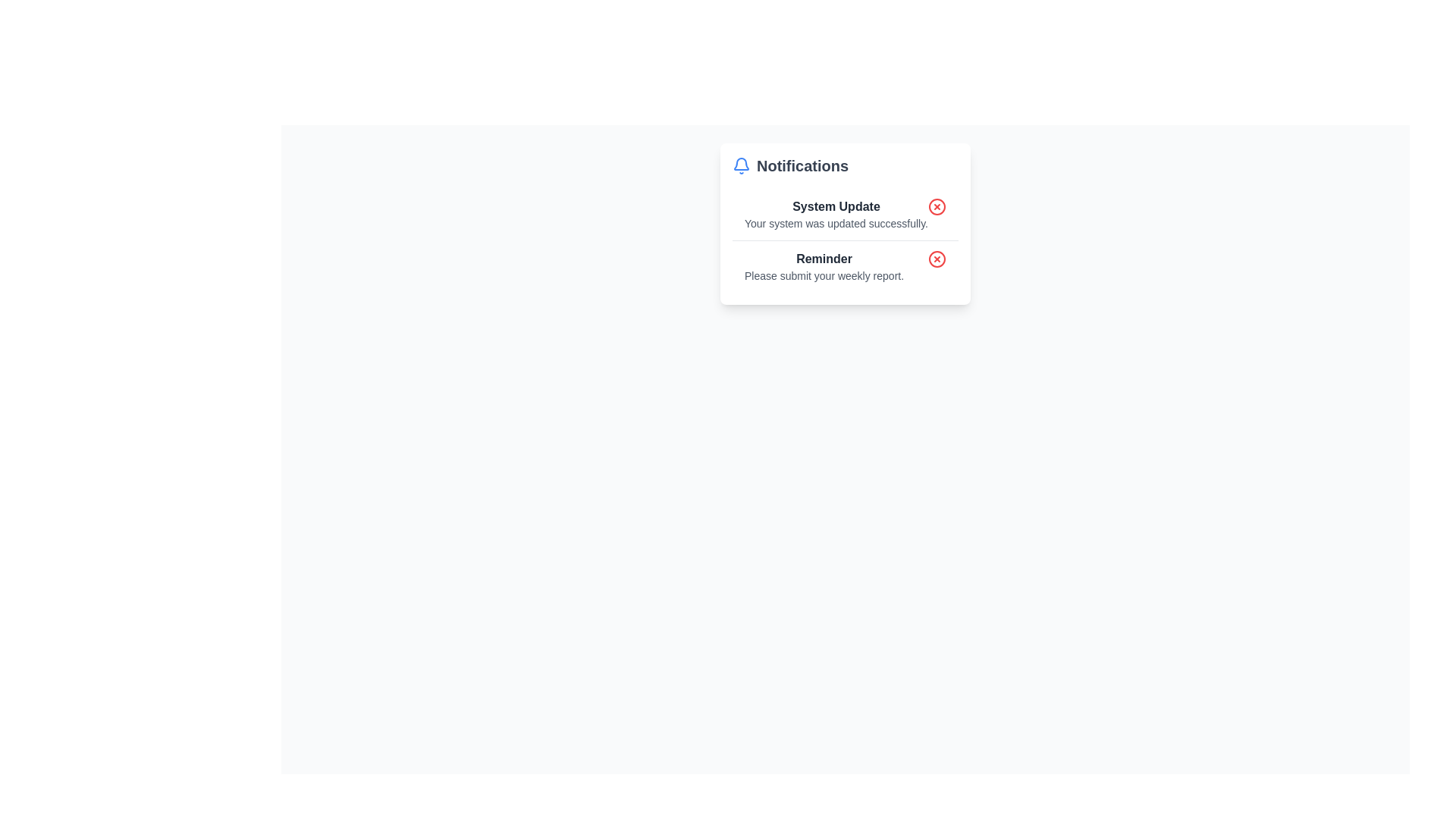 Image resolution: width=1456 pixels, height=819 pixels. Describe the element at coordinates (824, 265) in the screenshot. I see `the notification message reminding the user to submit the weekly report, located inside the second notification entry of the Notifications panel` at that location.